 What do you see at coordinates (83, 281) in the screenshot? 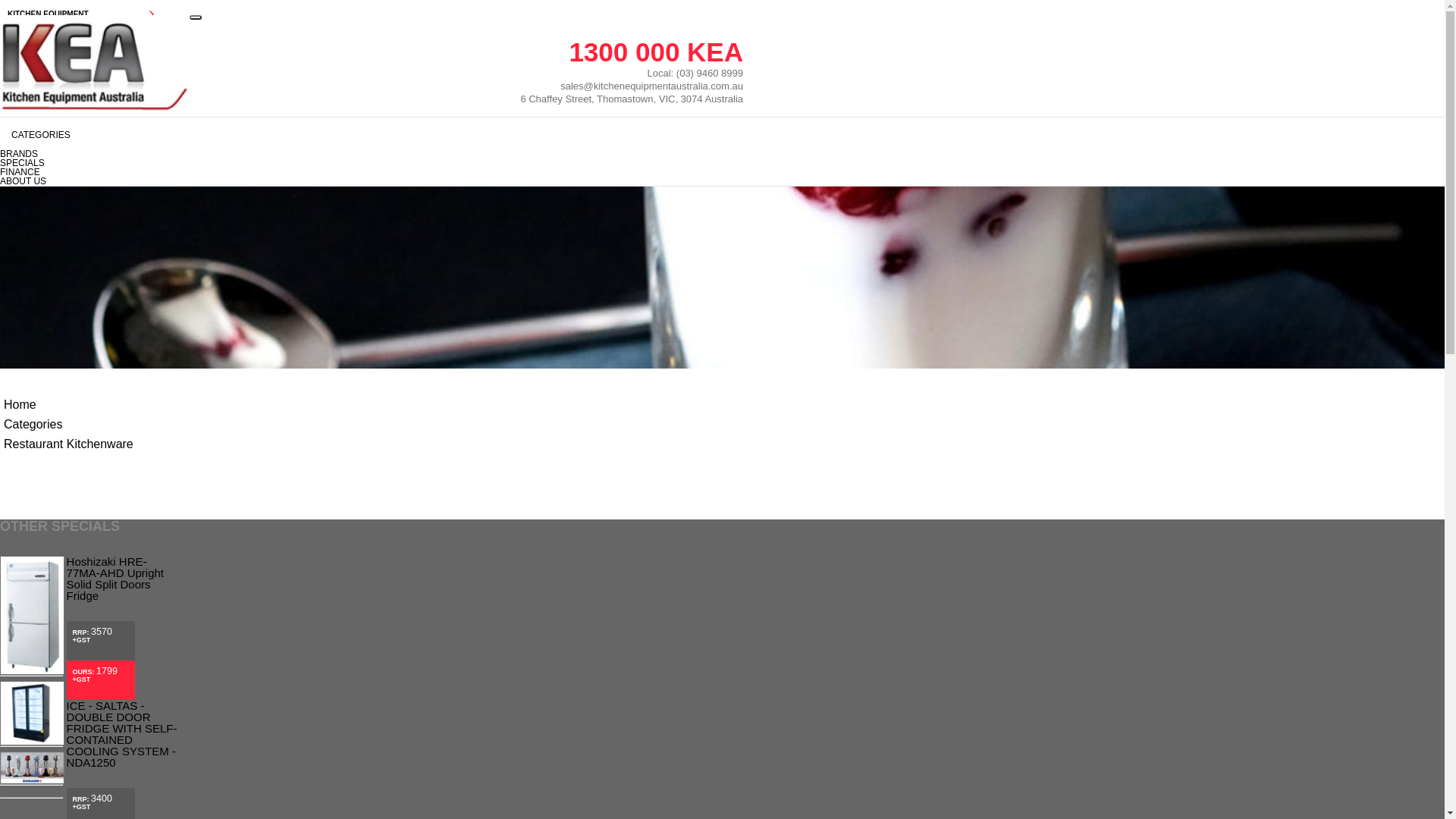
I see `'HEATED FOOD DISPLAY CABINETS'` at bounding box center [83, 281].